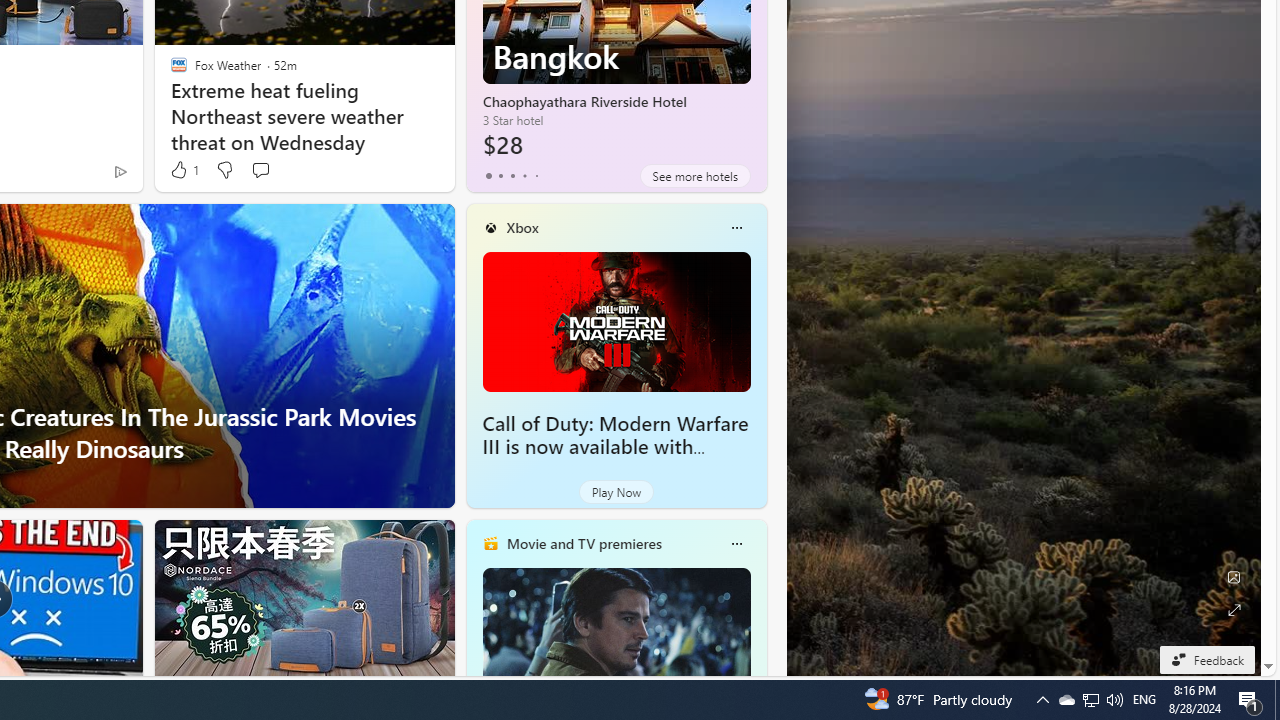 This screenshot has width=1280, height=720. Describe the element at coordinates (615, 492) in the screenshot. I see `'Play Now'` at that location.